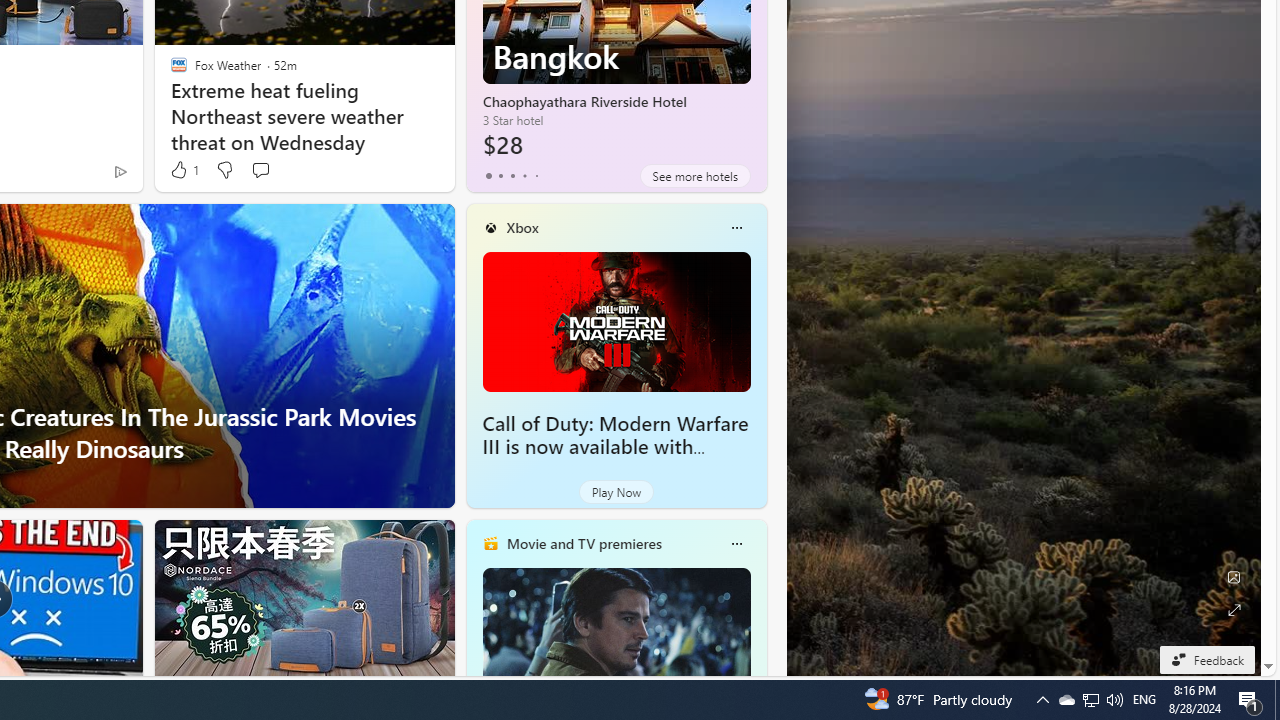 This screenshot has width=1280, height=720. Describe the element at coordinates (615, 492) in the screenshot. I see `'Play Now'` at that location.